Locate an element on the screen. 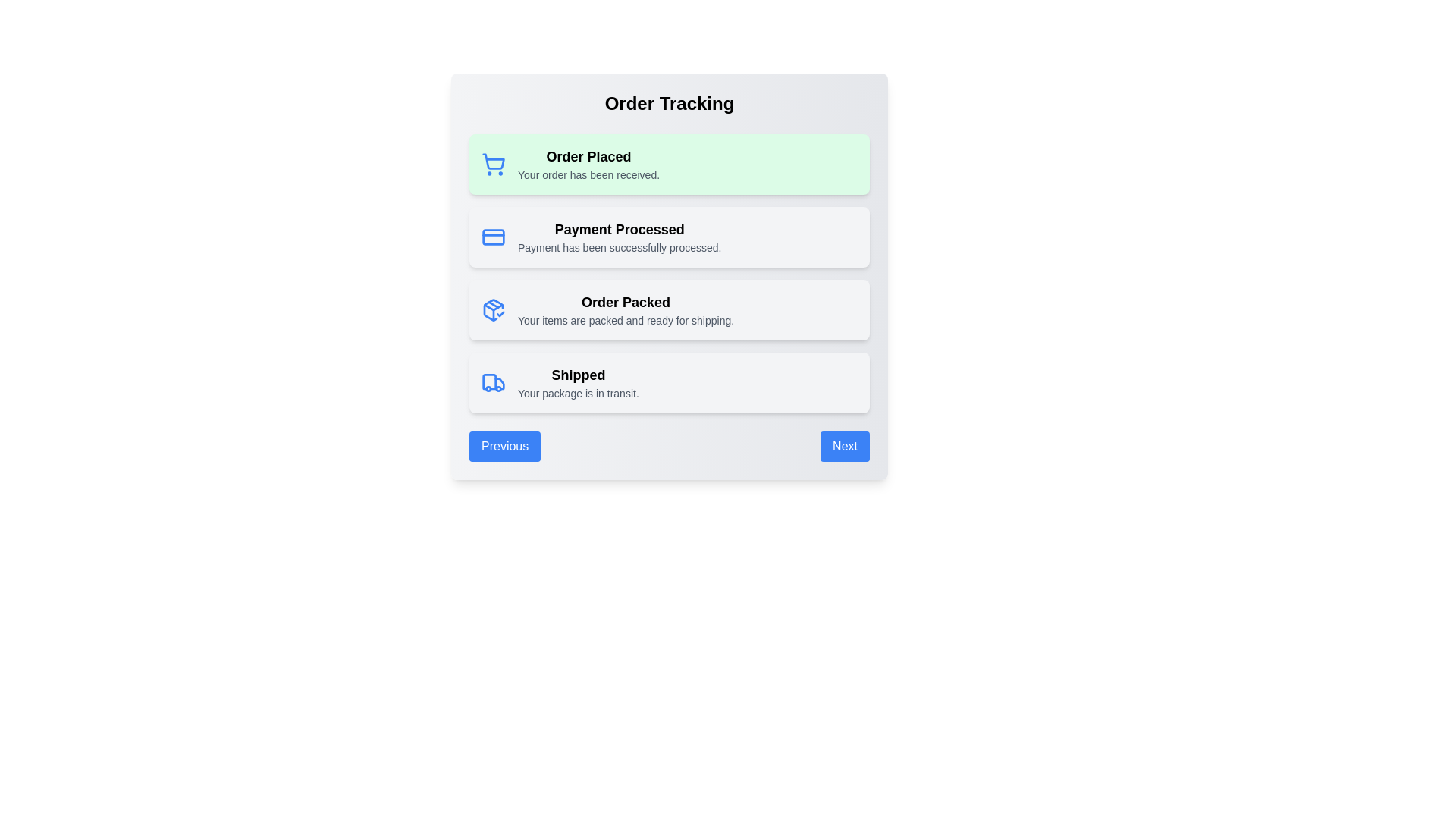 Image resolution: width=1456 pixels, height=819 pixels. text 'Payment Processed' displayed in a bold, large font within the white rounded rectangle card layout, located on the second card in the order tracking section is located at coordinates (620, 230).